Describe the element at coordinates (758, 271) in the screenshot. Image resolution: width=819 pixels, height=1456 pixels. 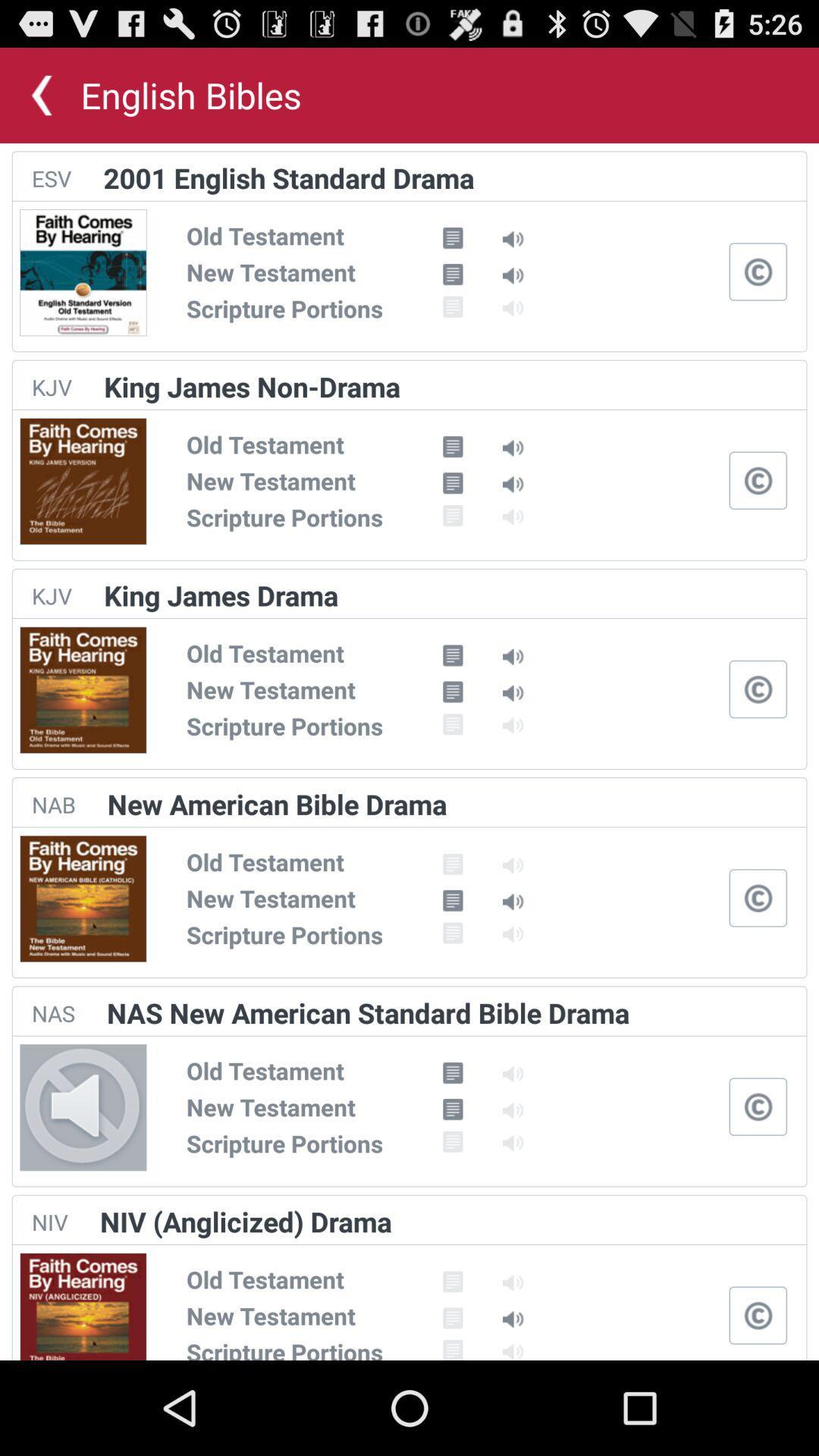
I see `see copyright` at that location.